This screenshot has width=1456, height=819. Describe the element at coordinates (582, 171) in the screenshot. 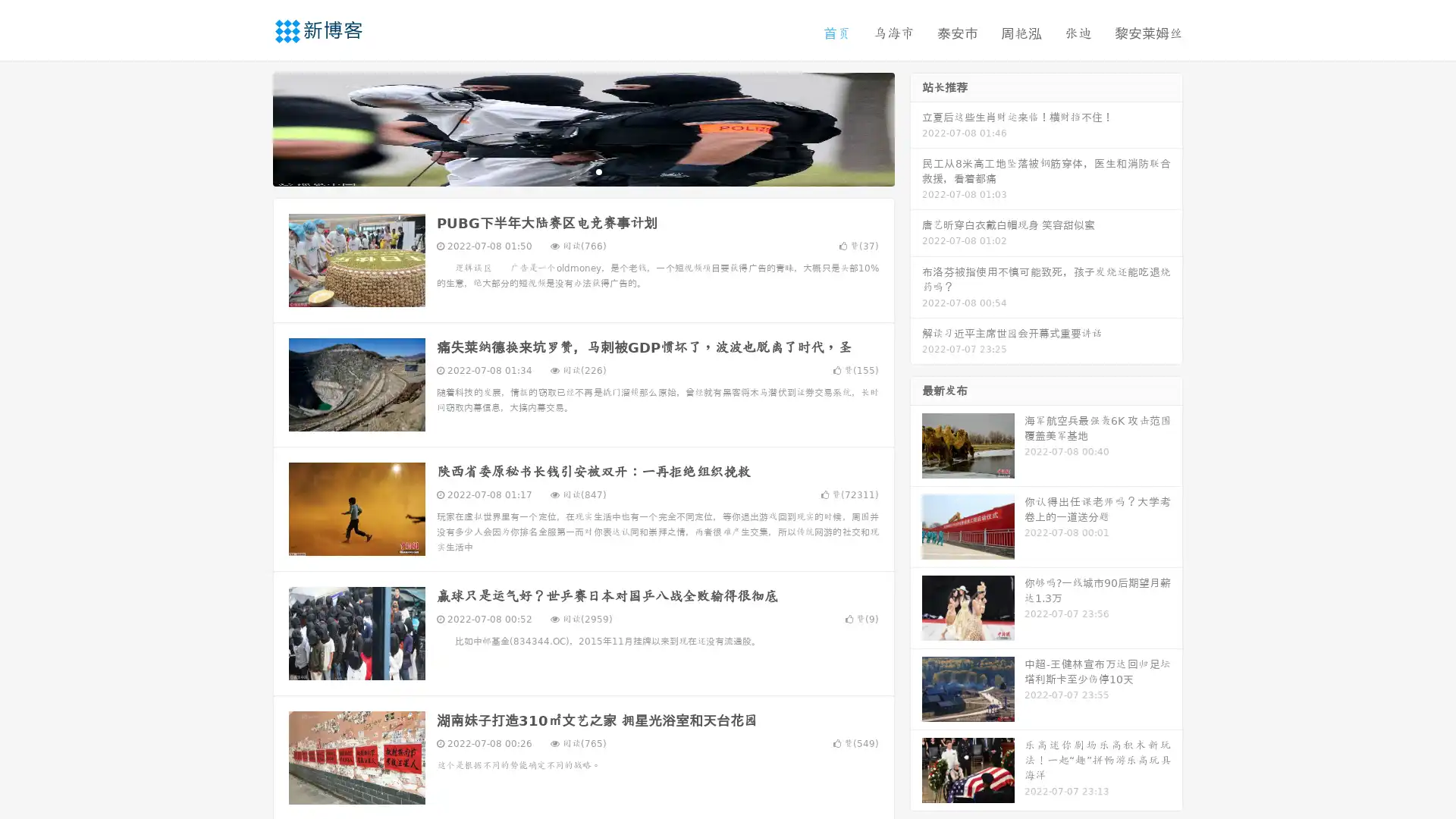

I see `Go to slide 2` at that location.